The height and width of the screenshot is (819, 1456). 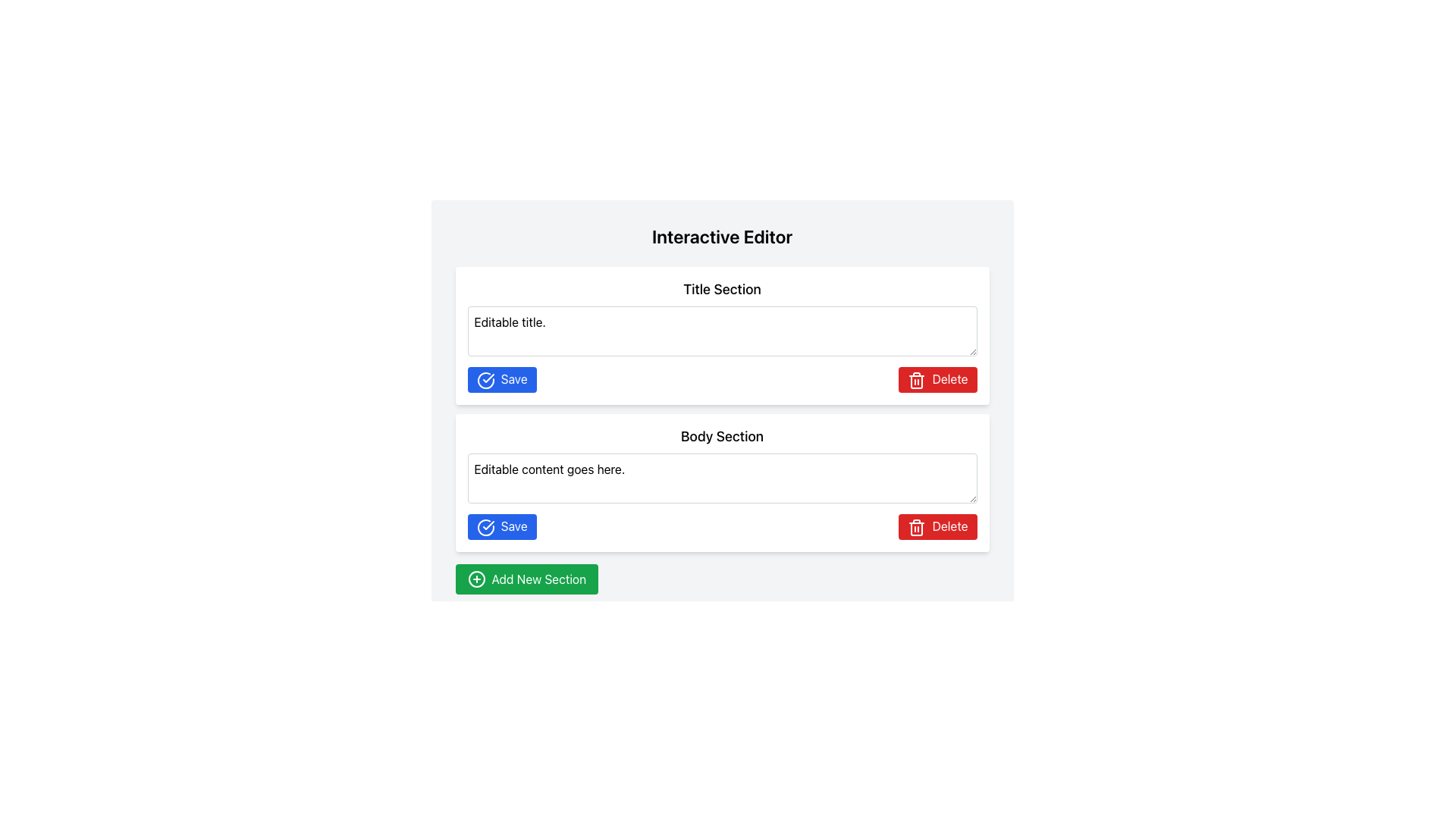 I want to click on the circular green icon with a white plus sign located within the 'Add New Section' button at the bottom-center of the interface, so click(x=475, y=579).